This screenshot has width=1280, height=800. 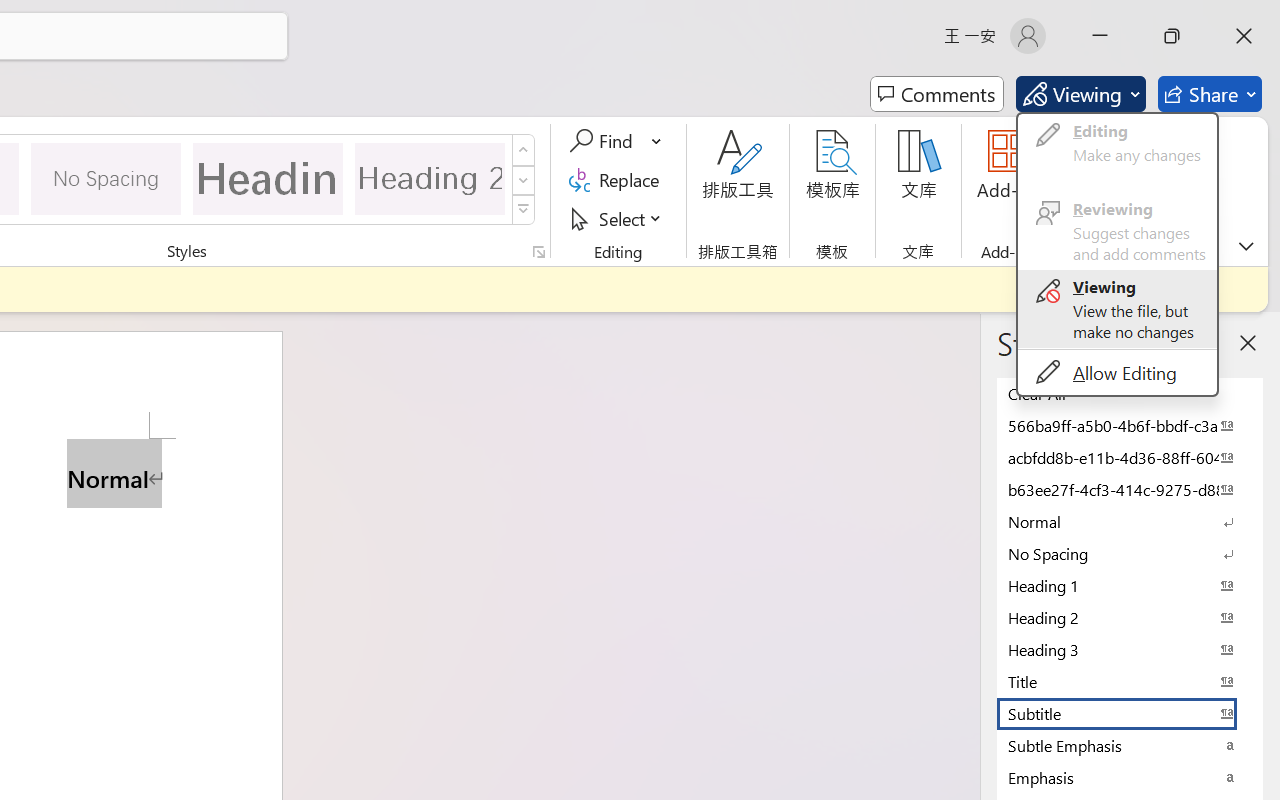 What do you see at coordinates (616, 179) in the screenshot?
I see `'Replace...'` at bounding box center [616, 179].